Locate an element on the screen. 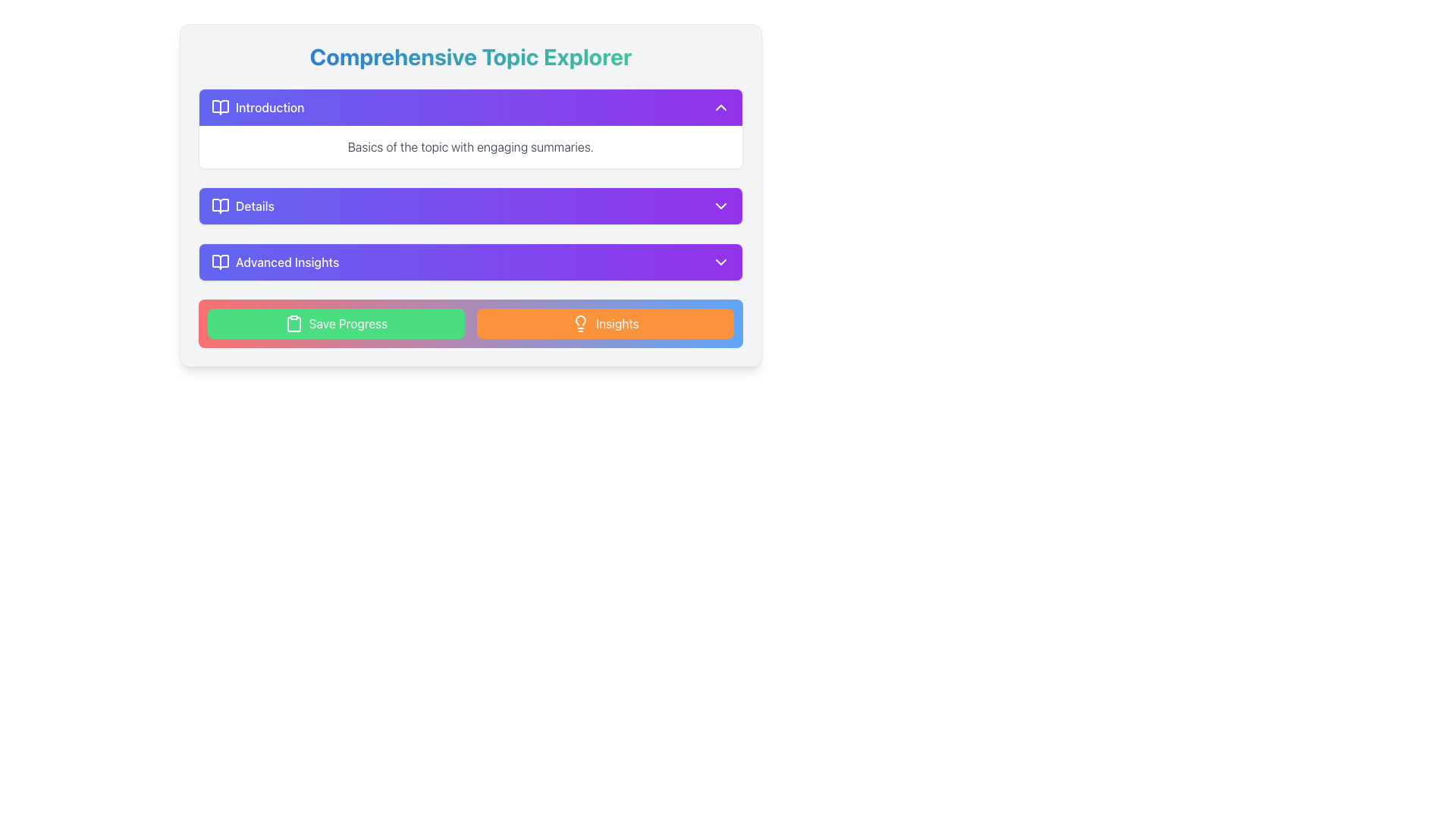 The image size is (1456, 819). the open book icon that is positioned to the left of the 'Details' text label in the second row of the vertically stacked list of items is located at coordinates (220, 206).